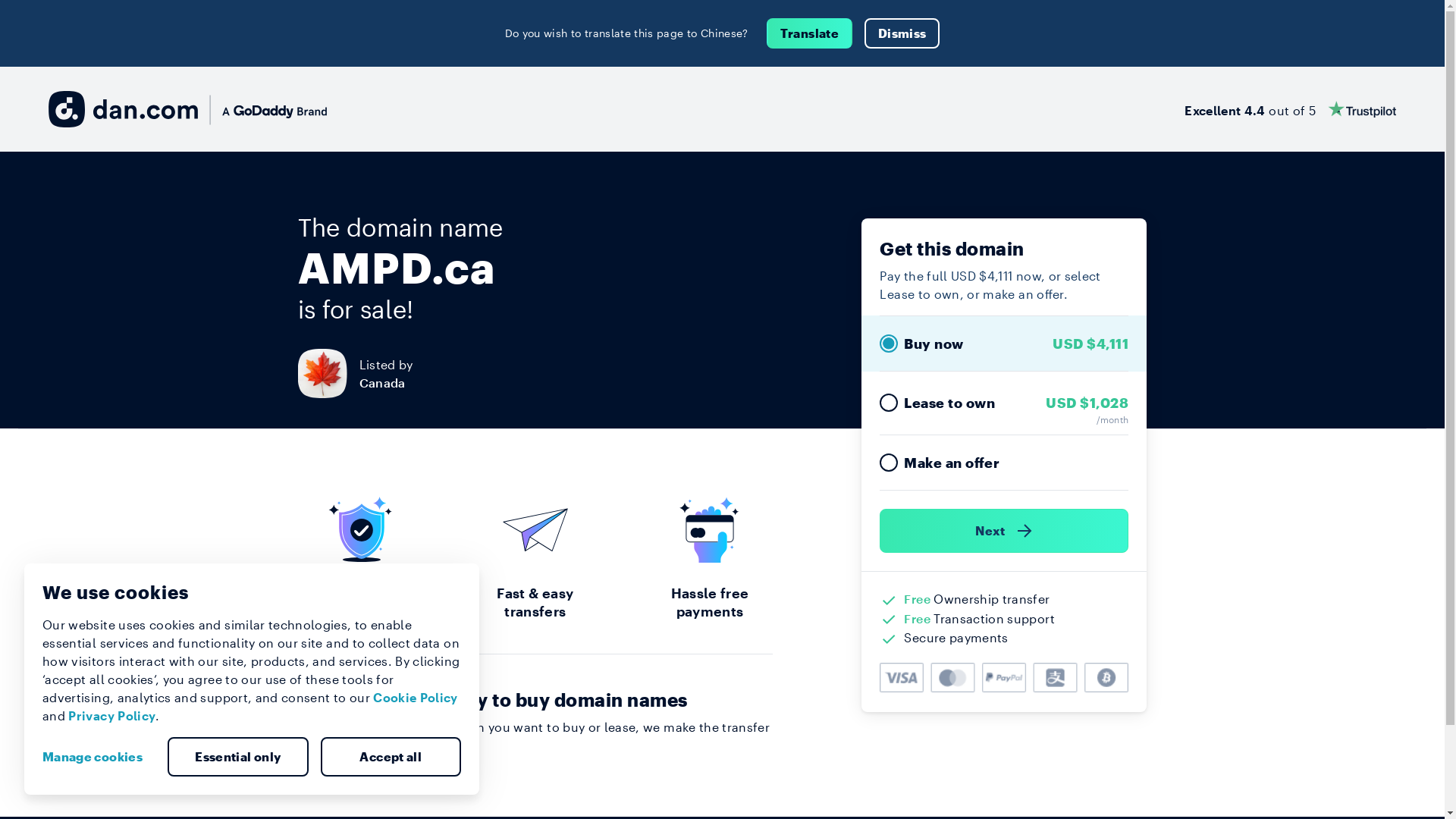 This screenshot has width=1456, height=819. What do you see at coordinates (111, 715) in the screenshot?
I see `'Privacy Policy'` at bounding box center [111, 715].